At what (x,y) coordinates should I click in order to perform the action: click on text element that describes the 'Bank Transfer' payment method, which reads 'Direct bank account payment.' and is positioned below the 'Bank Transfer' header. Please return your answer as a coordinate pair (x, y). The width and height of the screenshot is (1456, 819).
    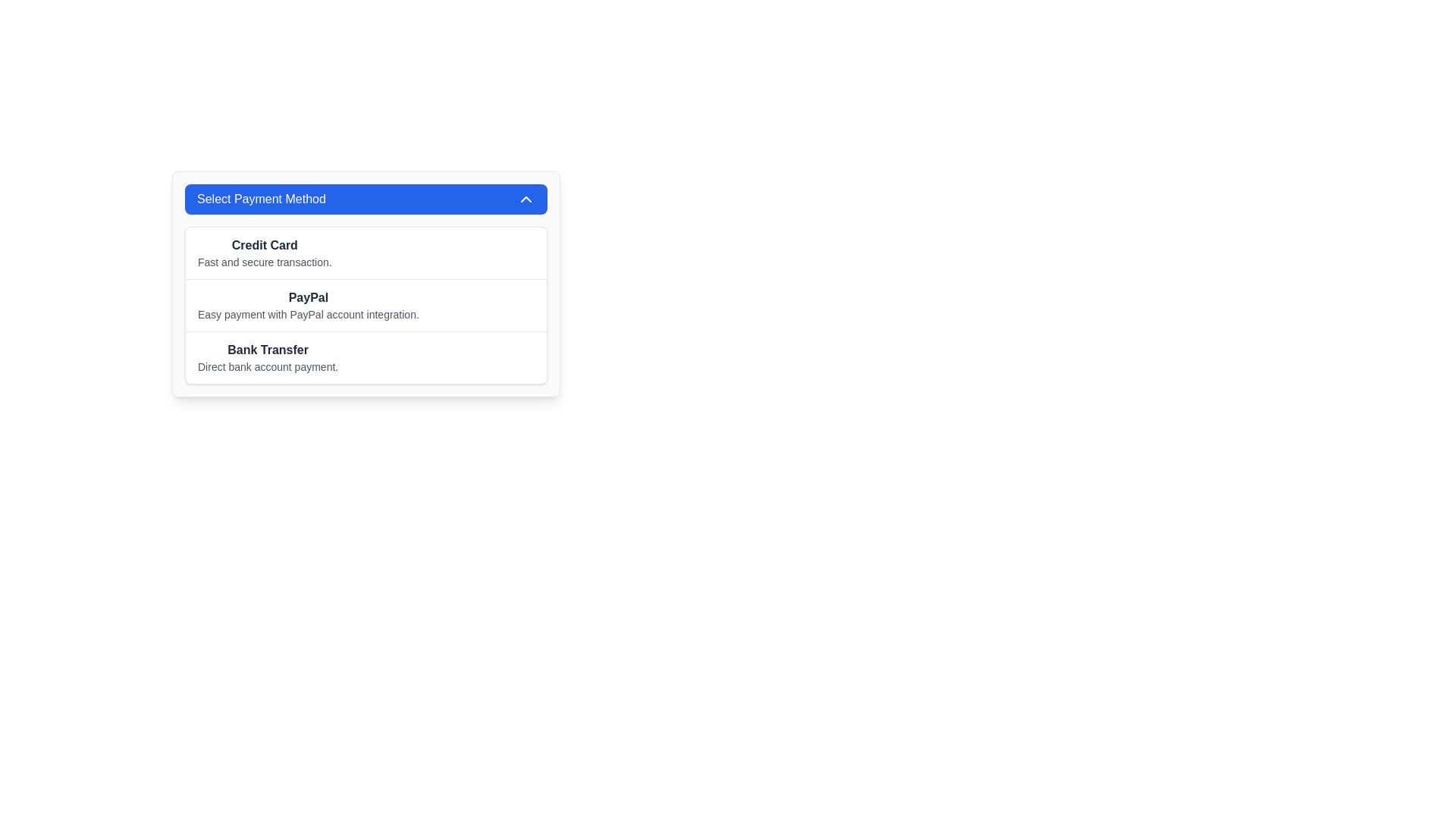
    Looking at the image, I should click on (268, 366).